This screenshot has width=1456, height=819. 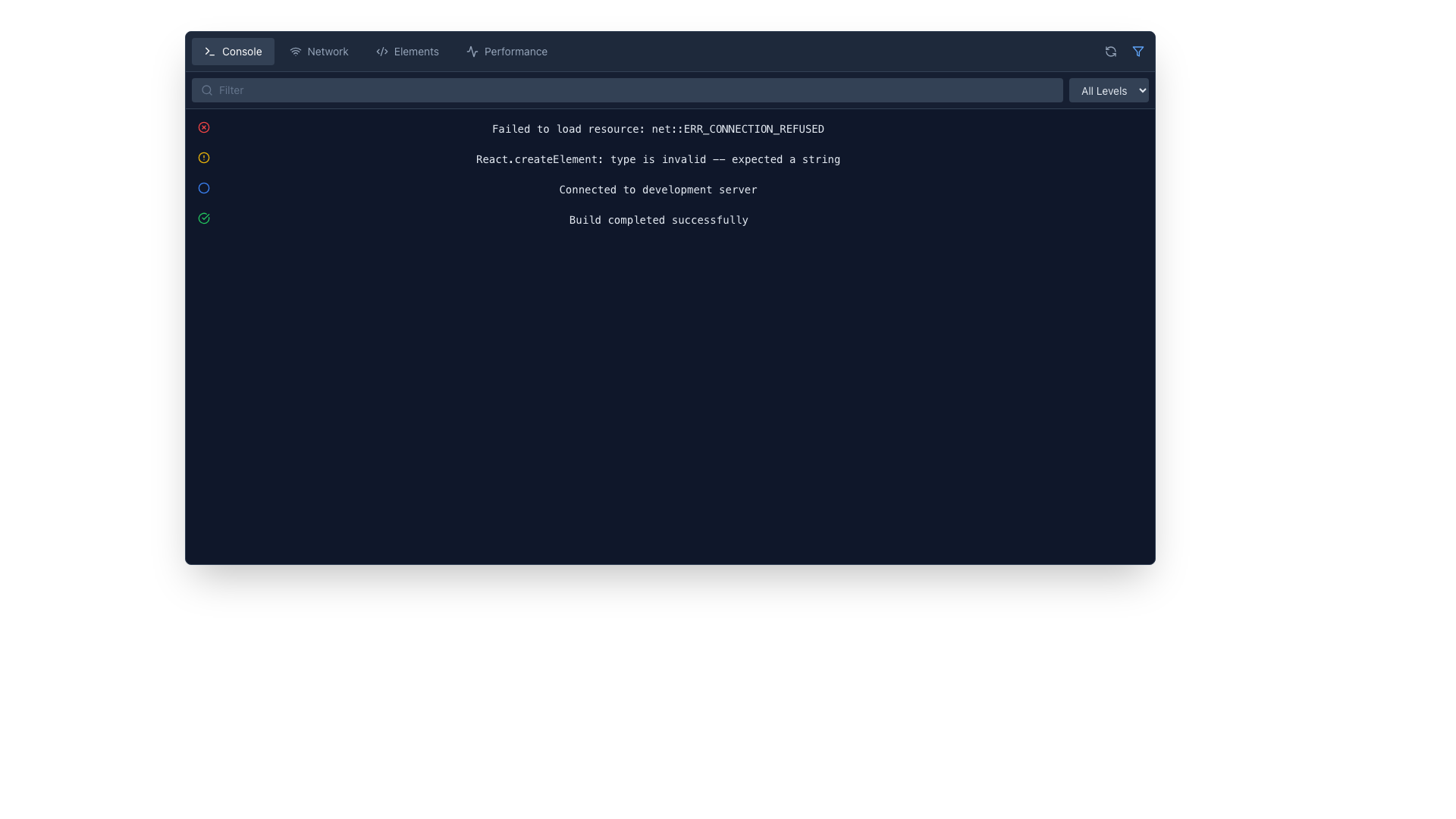 I want to click on the text label in the horizontal navigation bar at the top of the interface, so click(x=416, y=51).